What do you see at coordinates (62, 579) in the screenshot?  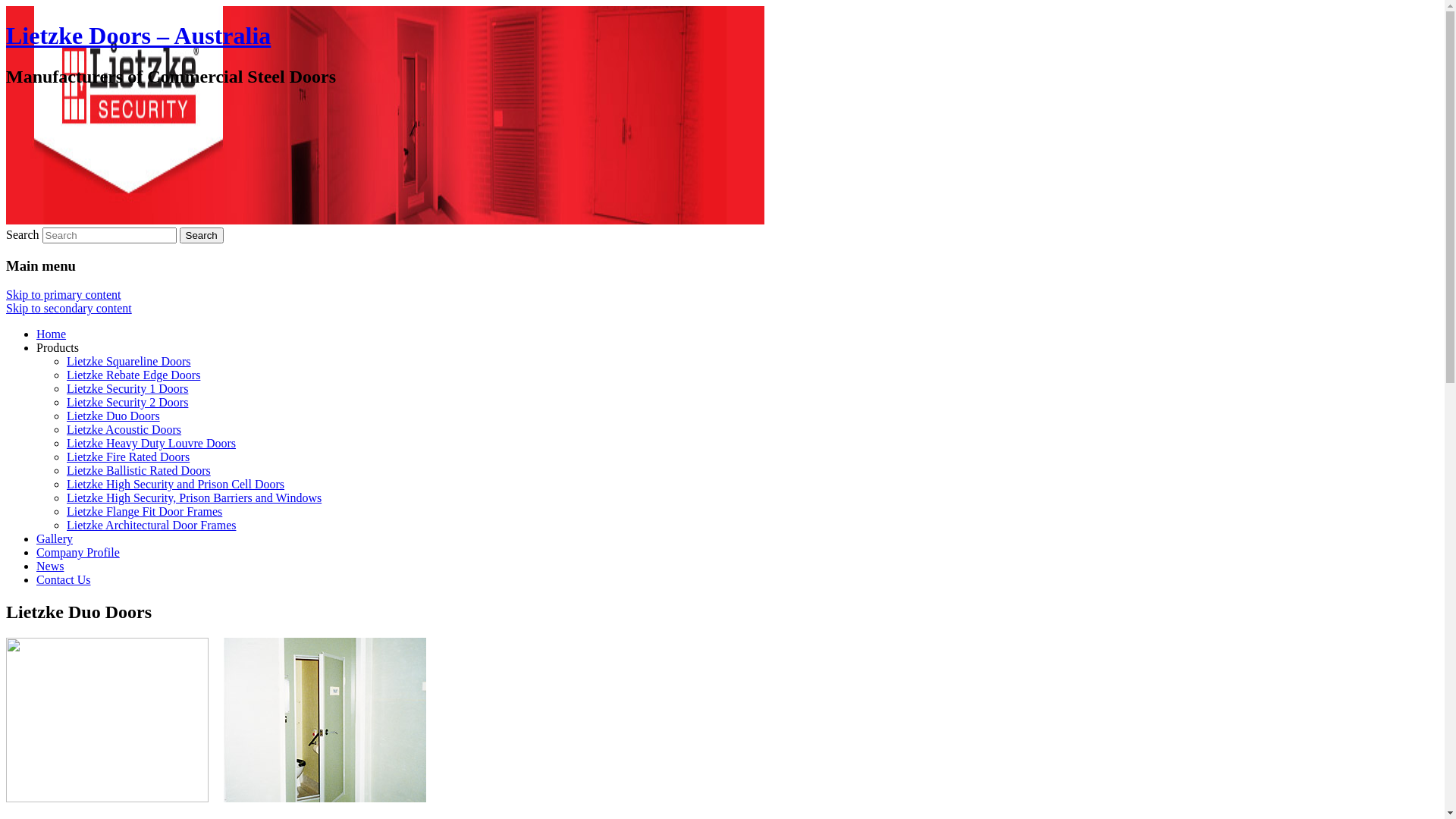 I see `'Contact Us'` at bounding box center [62, 579].